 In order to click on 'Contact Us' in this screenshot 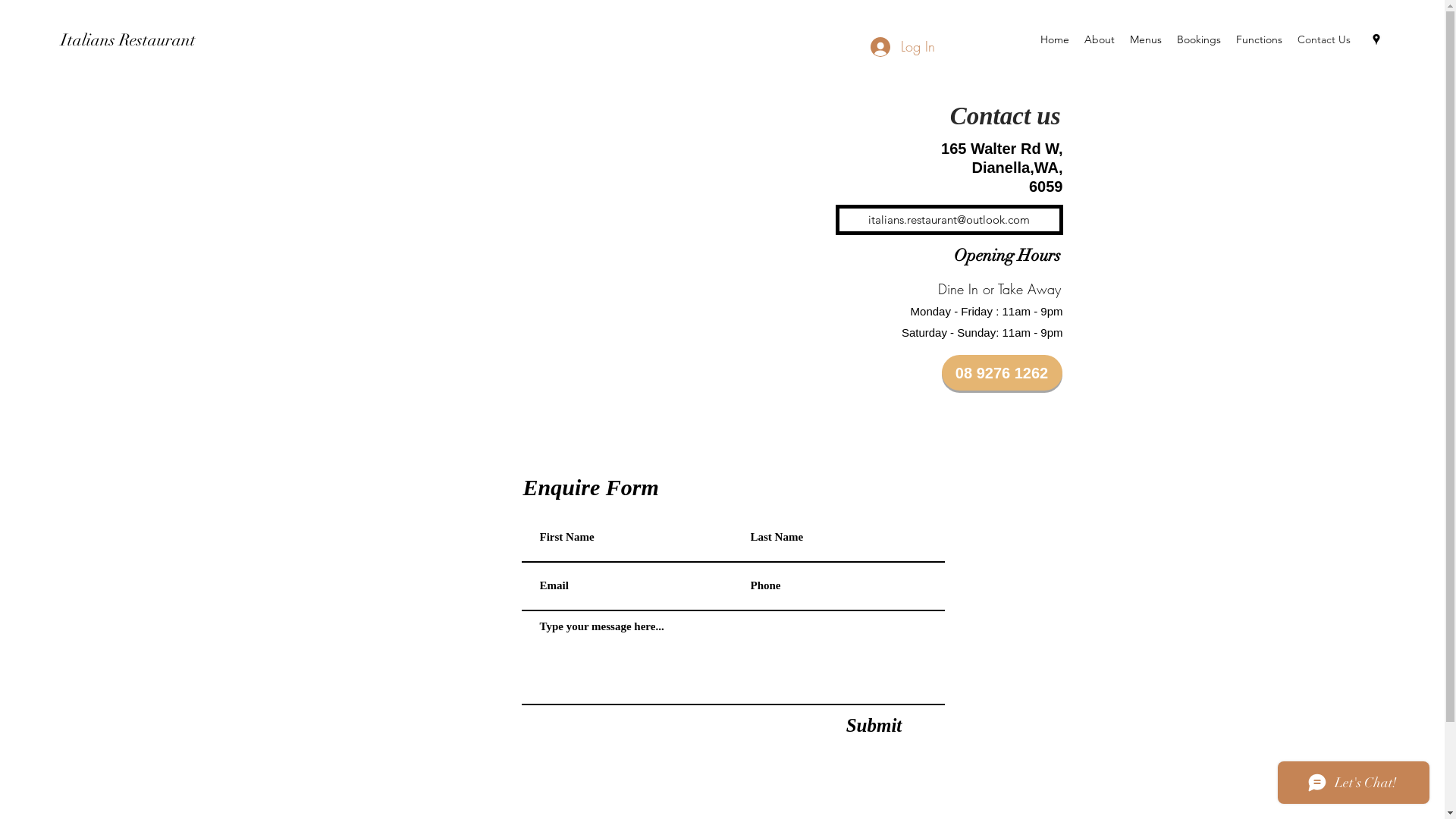, I will do `click(1323, 38)`.